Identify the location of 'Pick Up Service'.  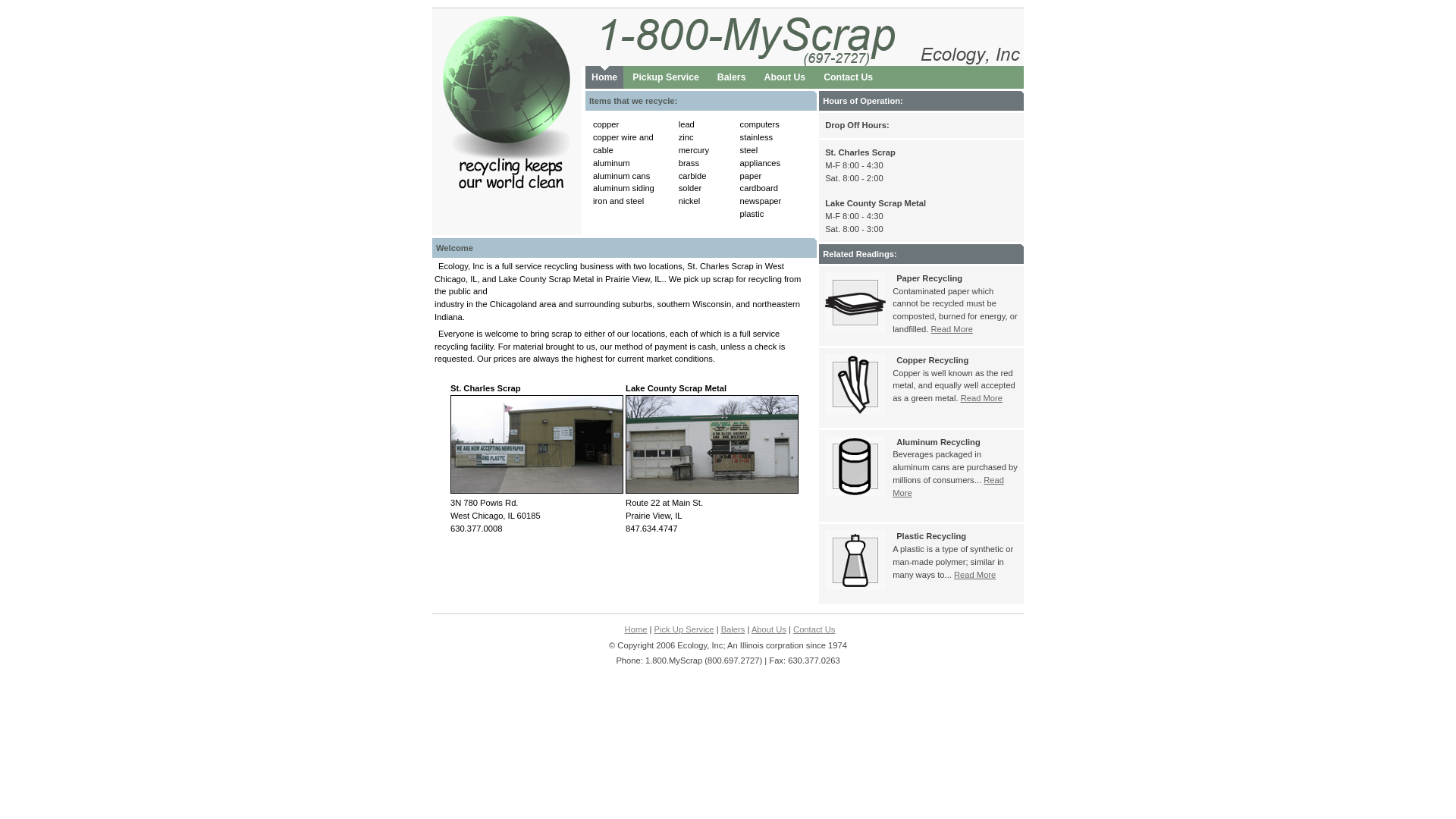
(683, 629).